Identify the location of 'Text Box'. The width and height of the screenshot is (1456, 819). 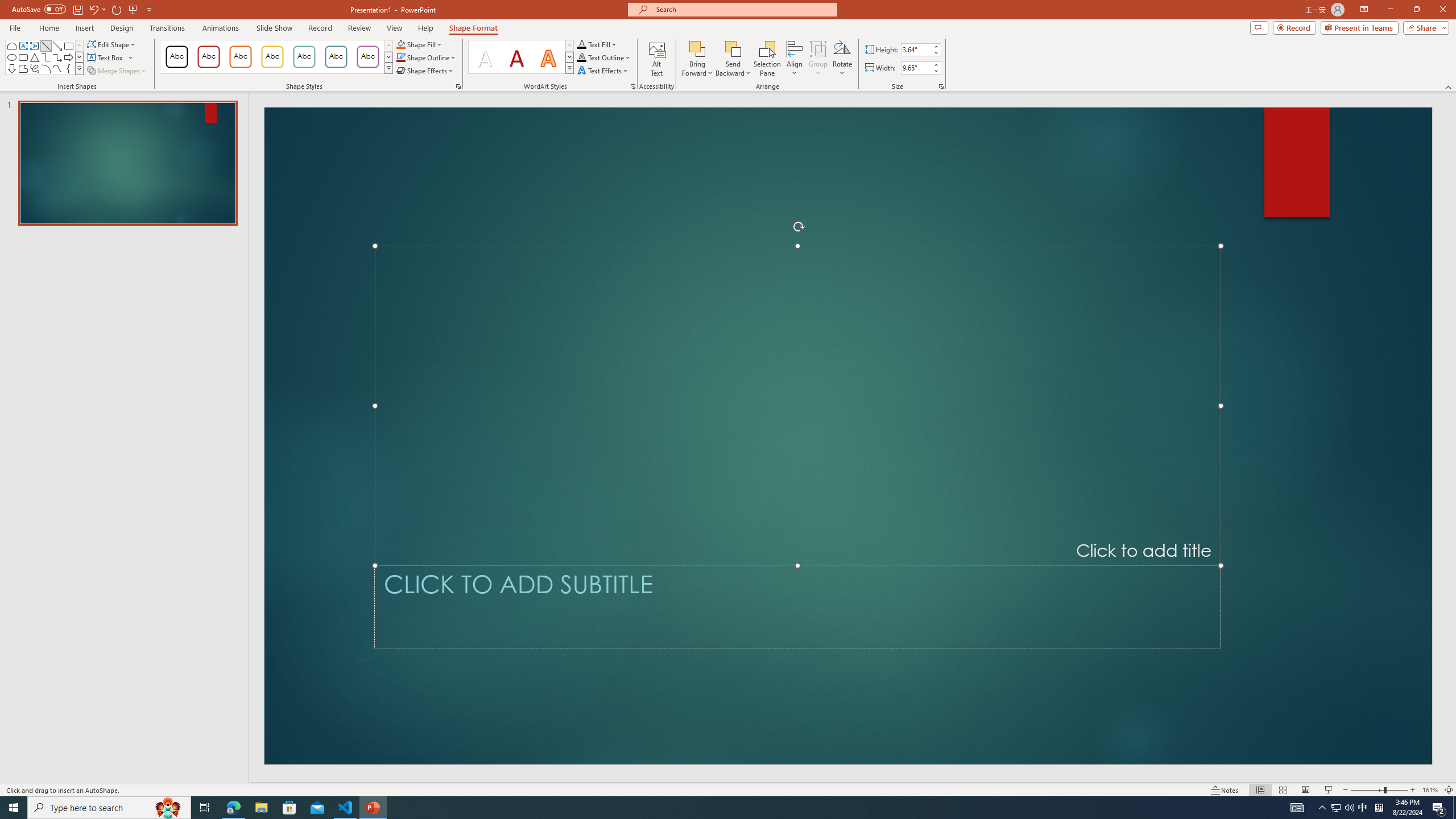
(110, 56).